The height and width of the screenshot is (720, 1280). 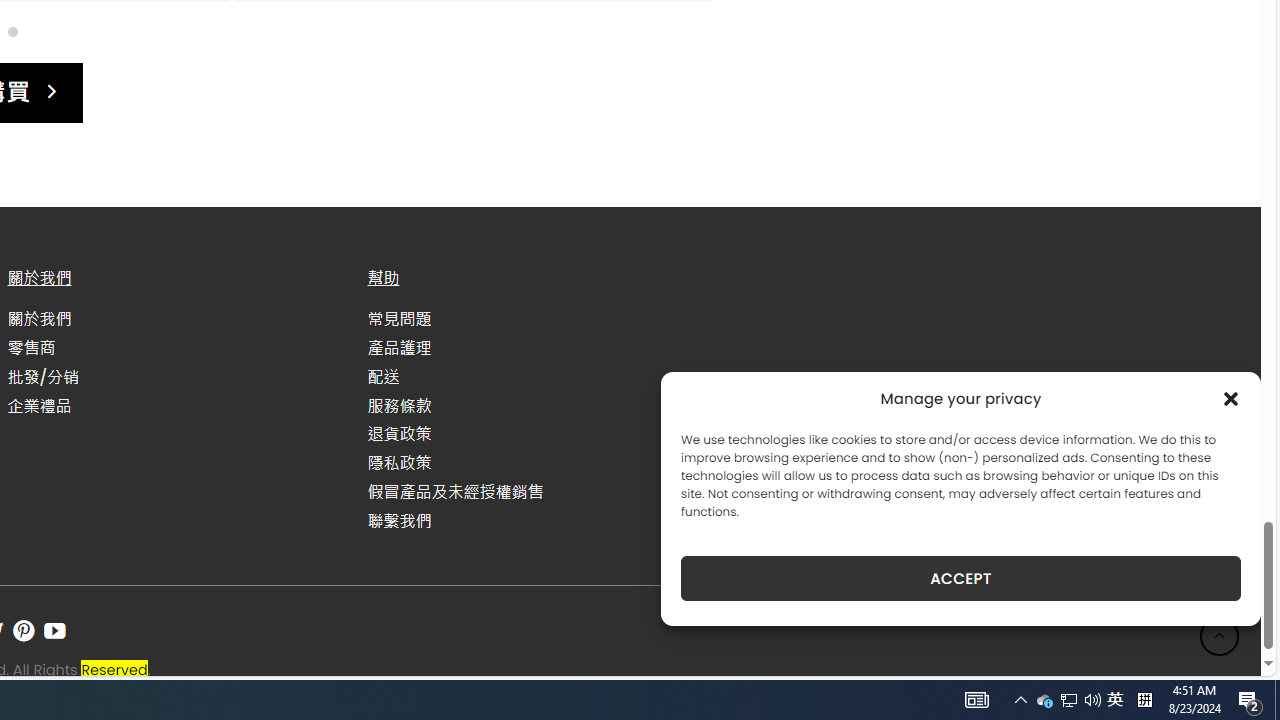 I want to click on 'Page dot 3', so click(x=12, y=31).